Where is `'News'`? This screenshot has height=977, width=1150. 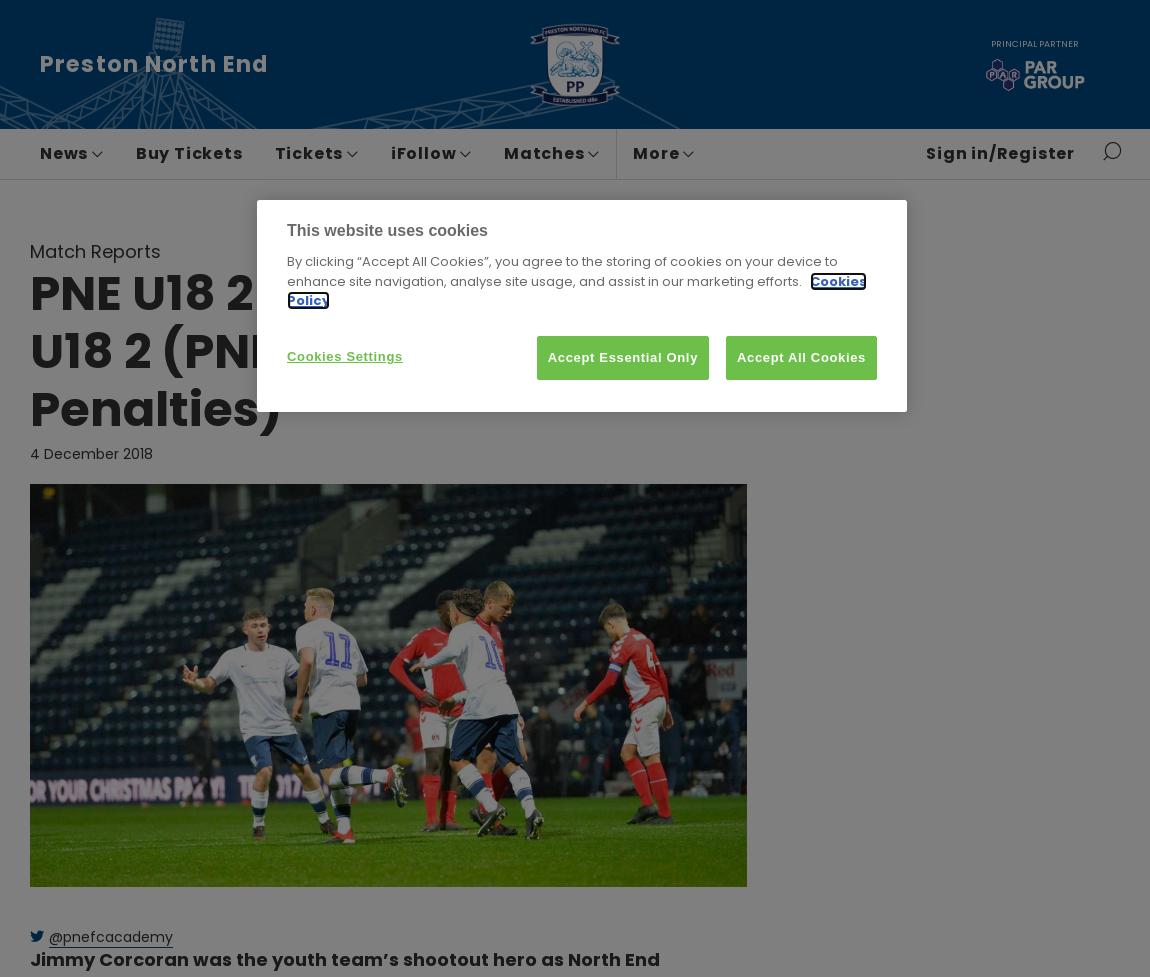
'News' is located at coordinates (65, 153).